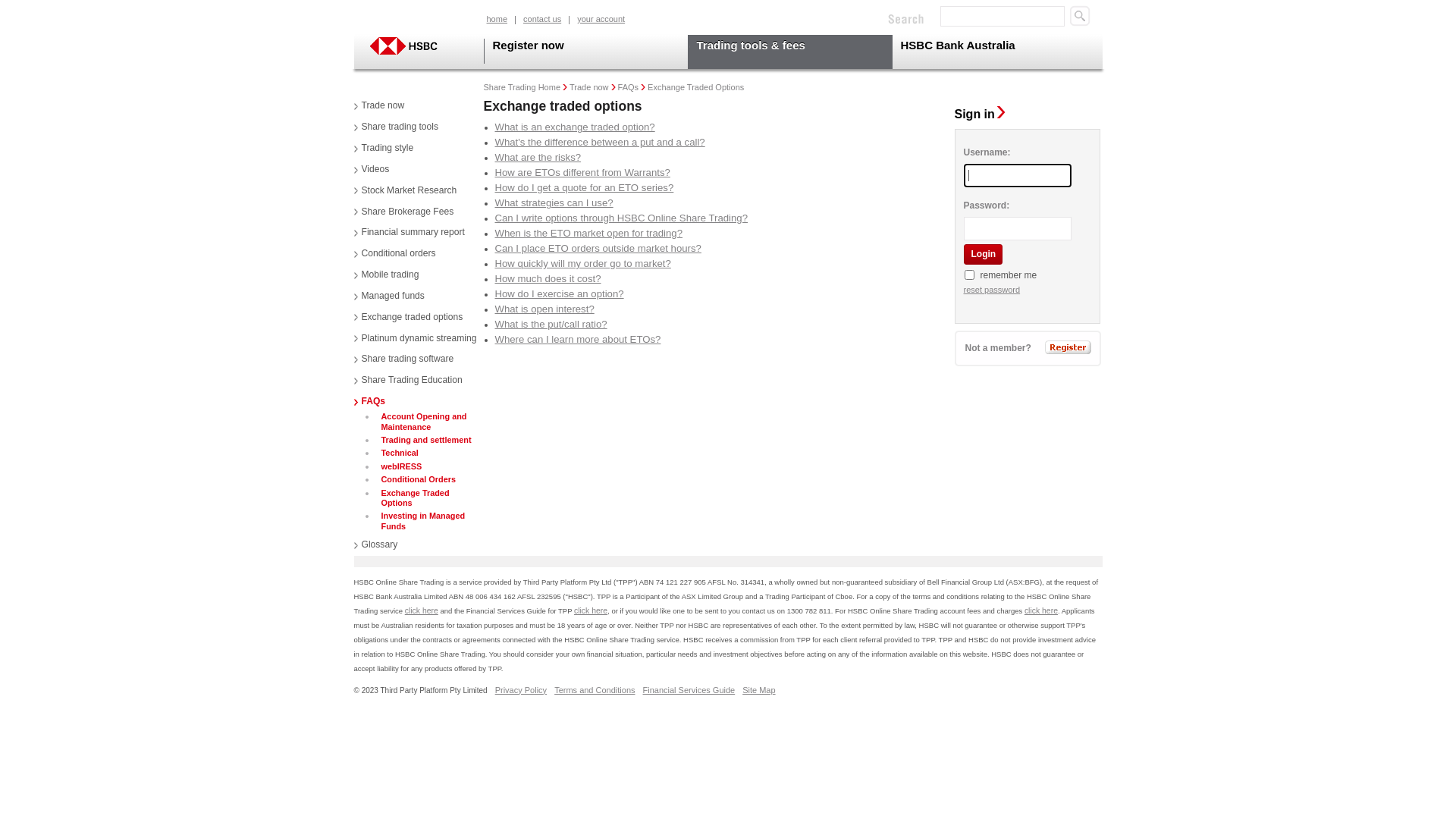 This screenshot has width=1456, height=819. I want to click on 'How do I exercise an option?', so click(558, 293).